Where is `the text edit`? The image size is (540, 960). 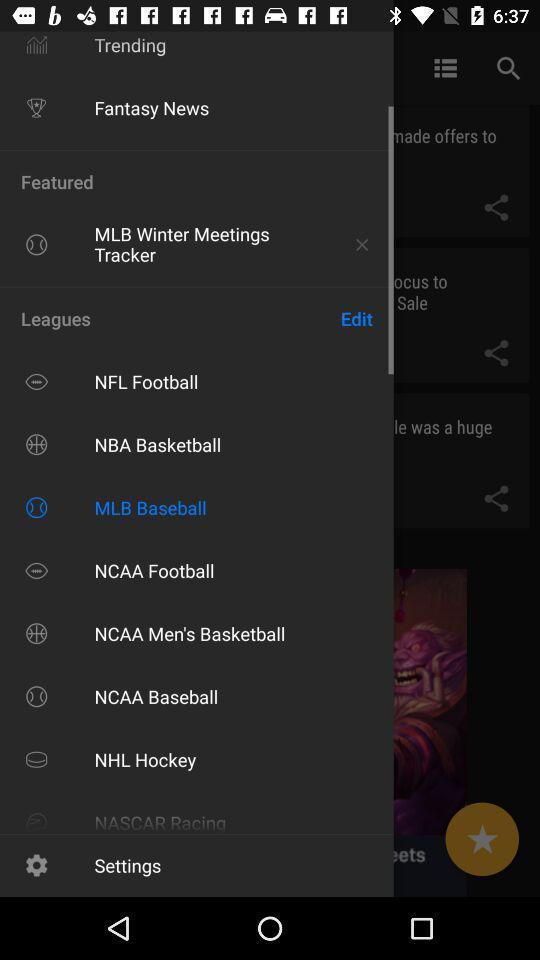 the text edit is located at coordinates (355, 318).